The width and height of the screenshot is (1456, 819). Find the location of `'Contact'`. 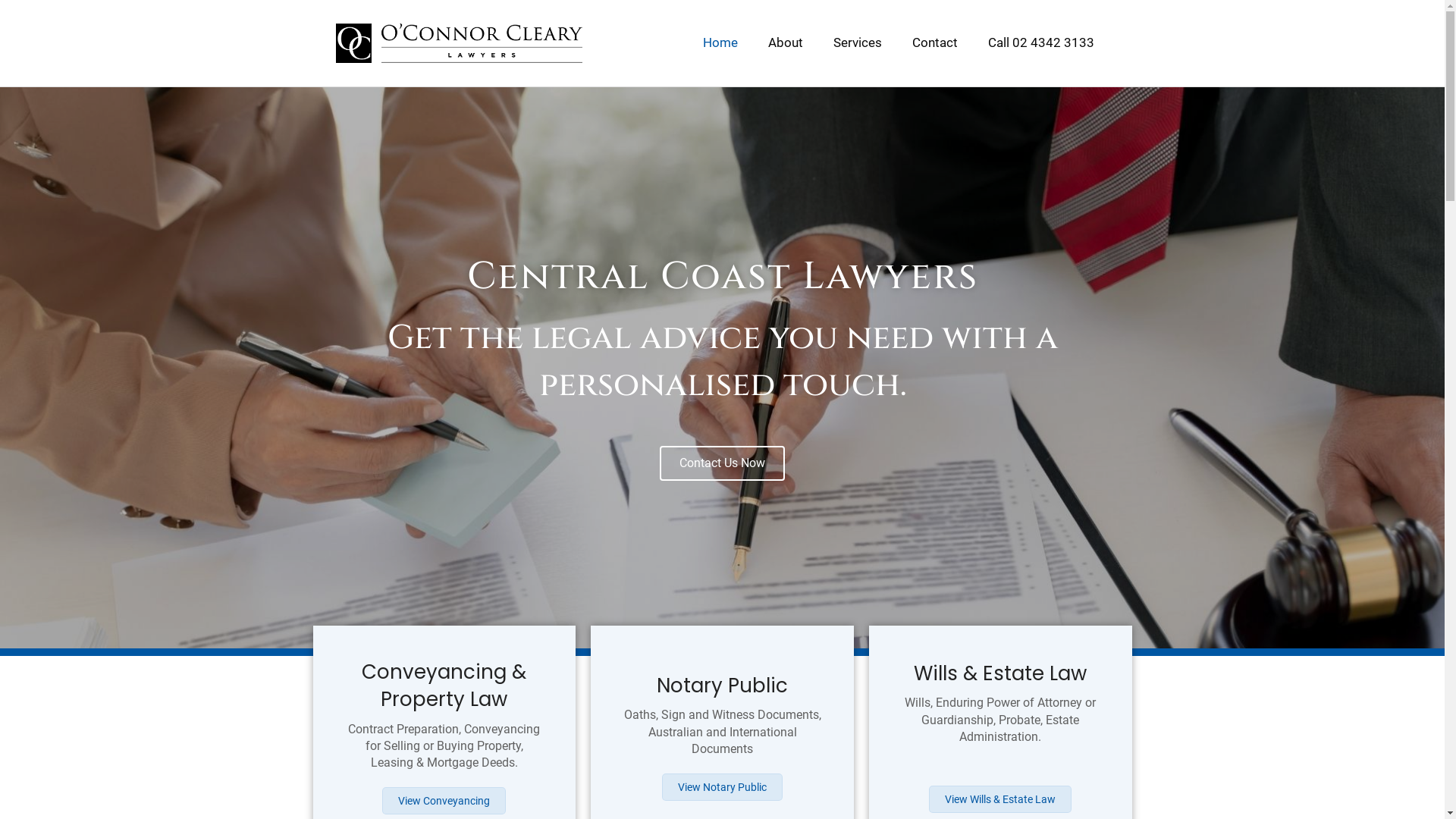

'Contact' is located at coordinates (934, 42).